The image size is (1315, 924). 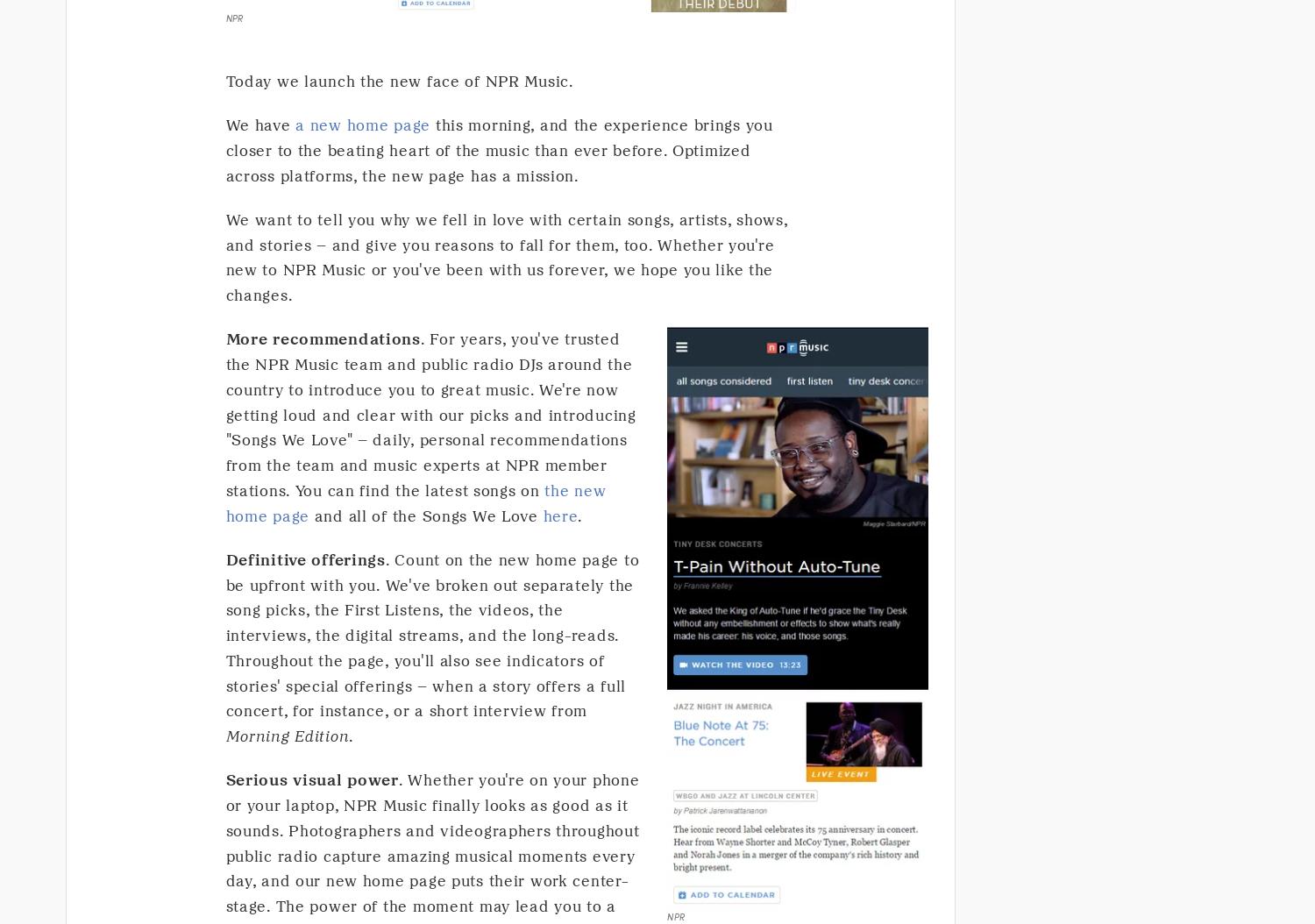 I want to click on 'the new home page', so click(x=415, y=502).